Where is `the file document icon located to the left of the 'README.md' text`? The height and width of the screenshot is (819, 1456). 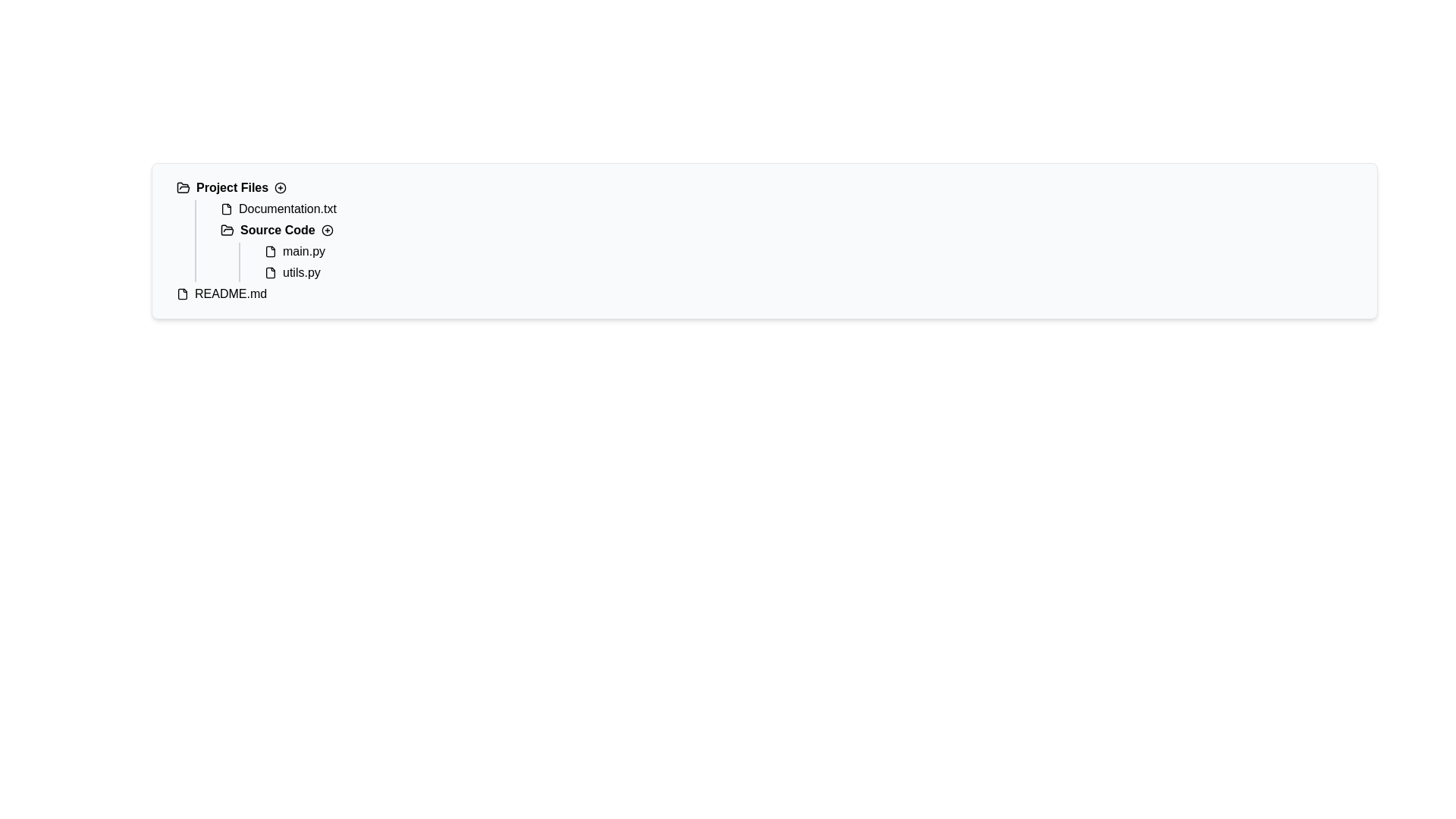
the file document icon located to the left of the 'README.md' text is located at coordinates (182, 294).